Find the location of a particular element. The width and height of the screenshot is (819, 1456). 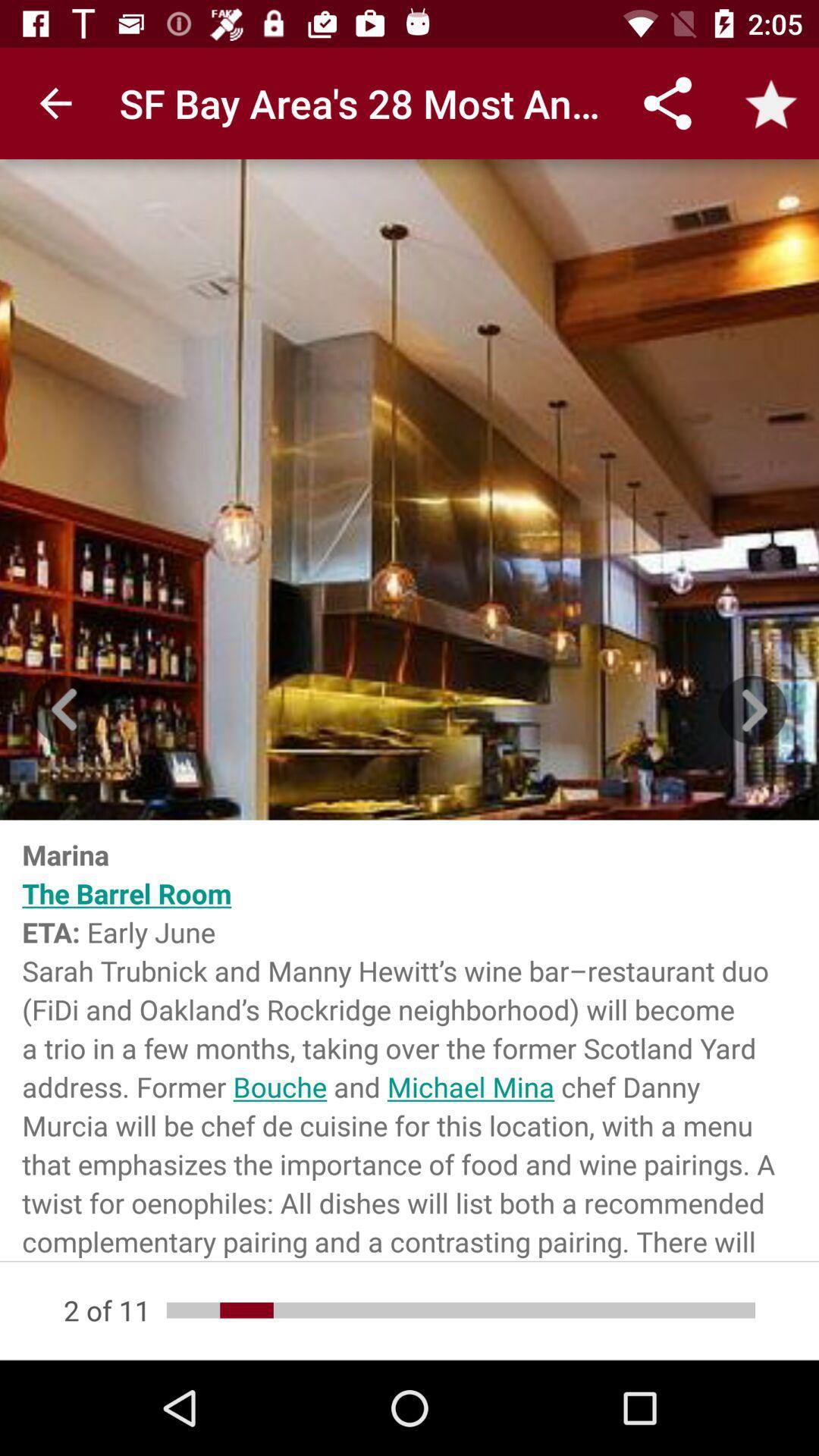

app to the left of sf bay area app is located at coordinates (55, 102).